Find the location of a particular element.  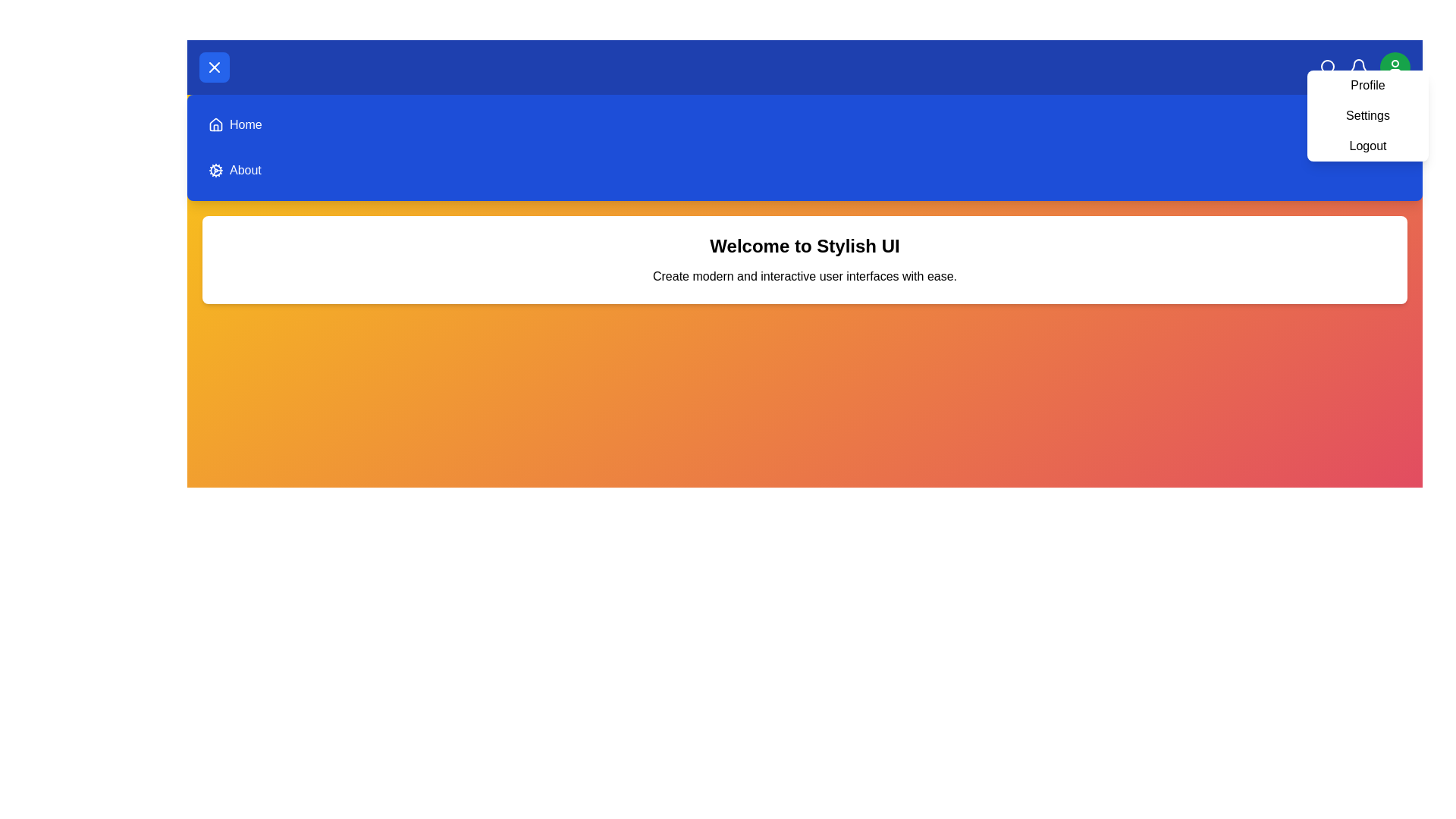

the notification icon to interact with it is located at coordinates (1358, 66).